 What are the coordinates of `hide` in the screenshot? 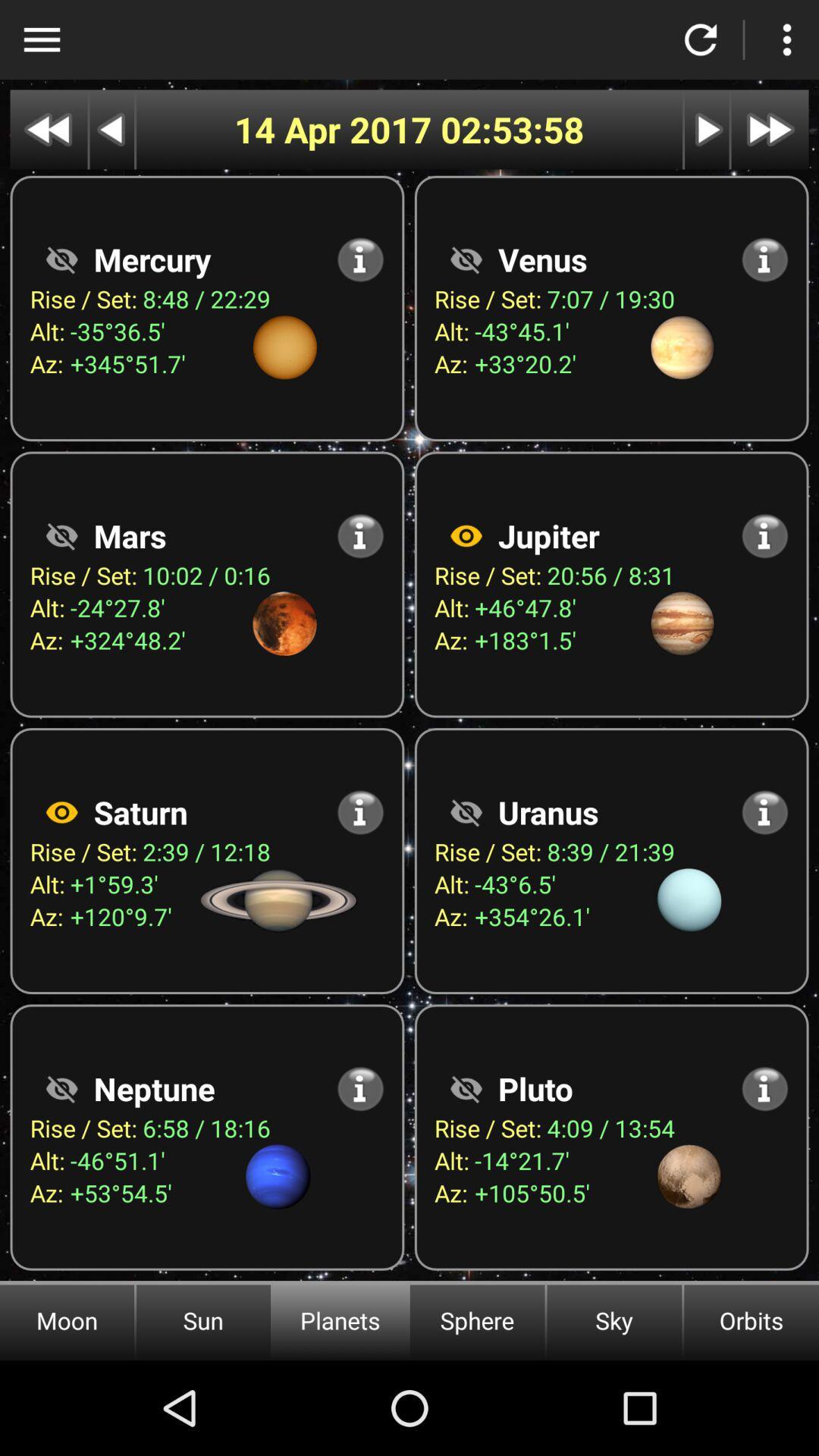 It's located at (61, 259).